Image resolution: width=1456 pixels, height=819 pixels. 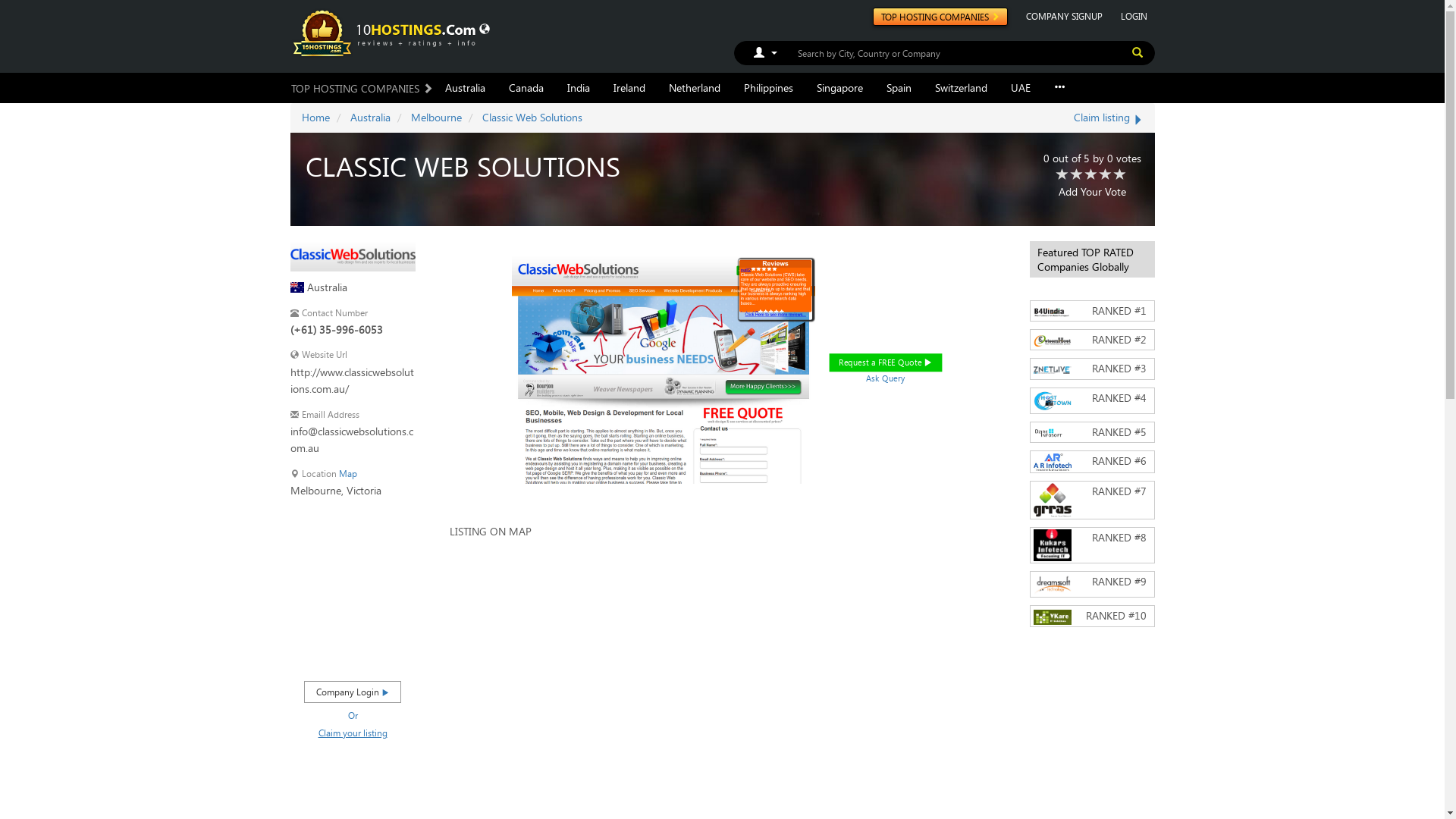 What do you see at coordinates (899, 87) in the screenshot?
I see `'Spain'` at bounding box center [899, 87].